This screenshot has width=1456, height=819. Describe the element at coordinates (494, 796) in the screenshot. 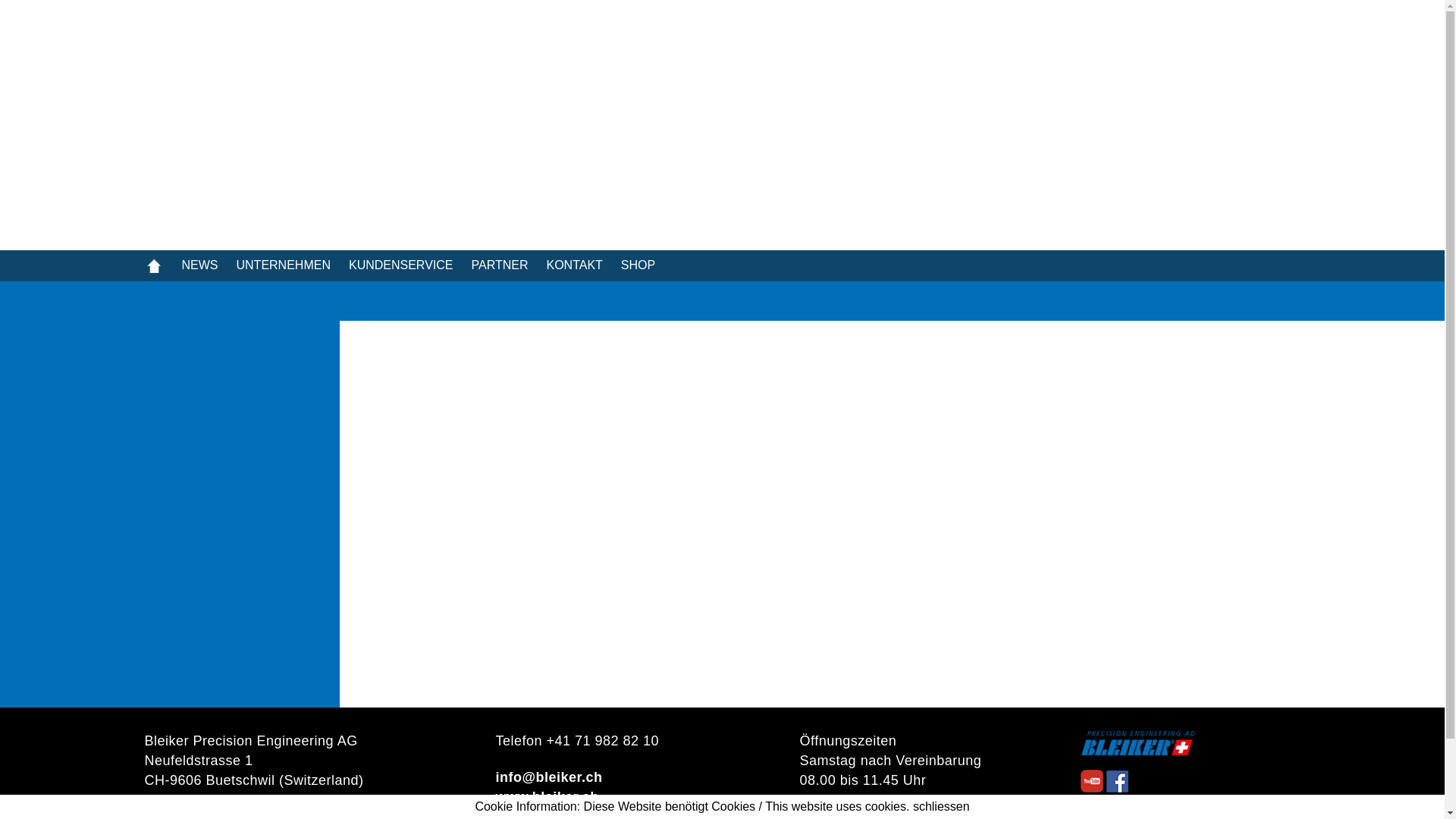

I see `'www.bleiker.ch'` at that location.